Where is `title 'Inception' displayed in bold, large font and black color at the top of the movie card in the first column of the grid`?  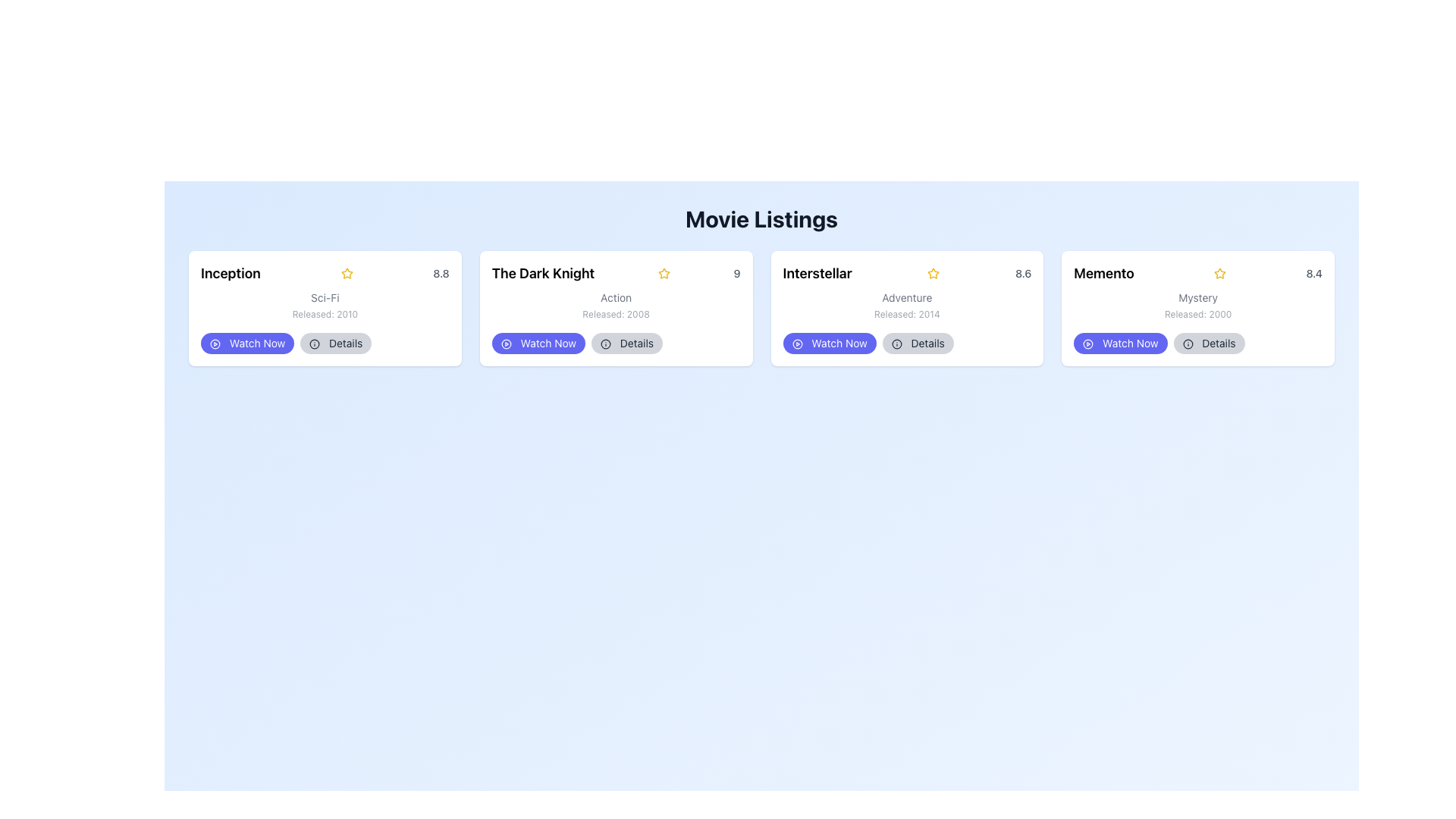 title 'Inception' displayed in bold, large font and black color at the top of the movie card in the first column of the grid is located at coordinates (230, 274).